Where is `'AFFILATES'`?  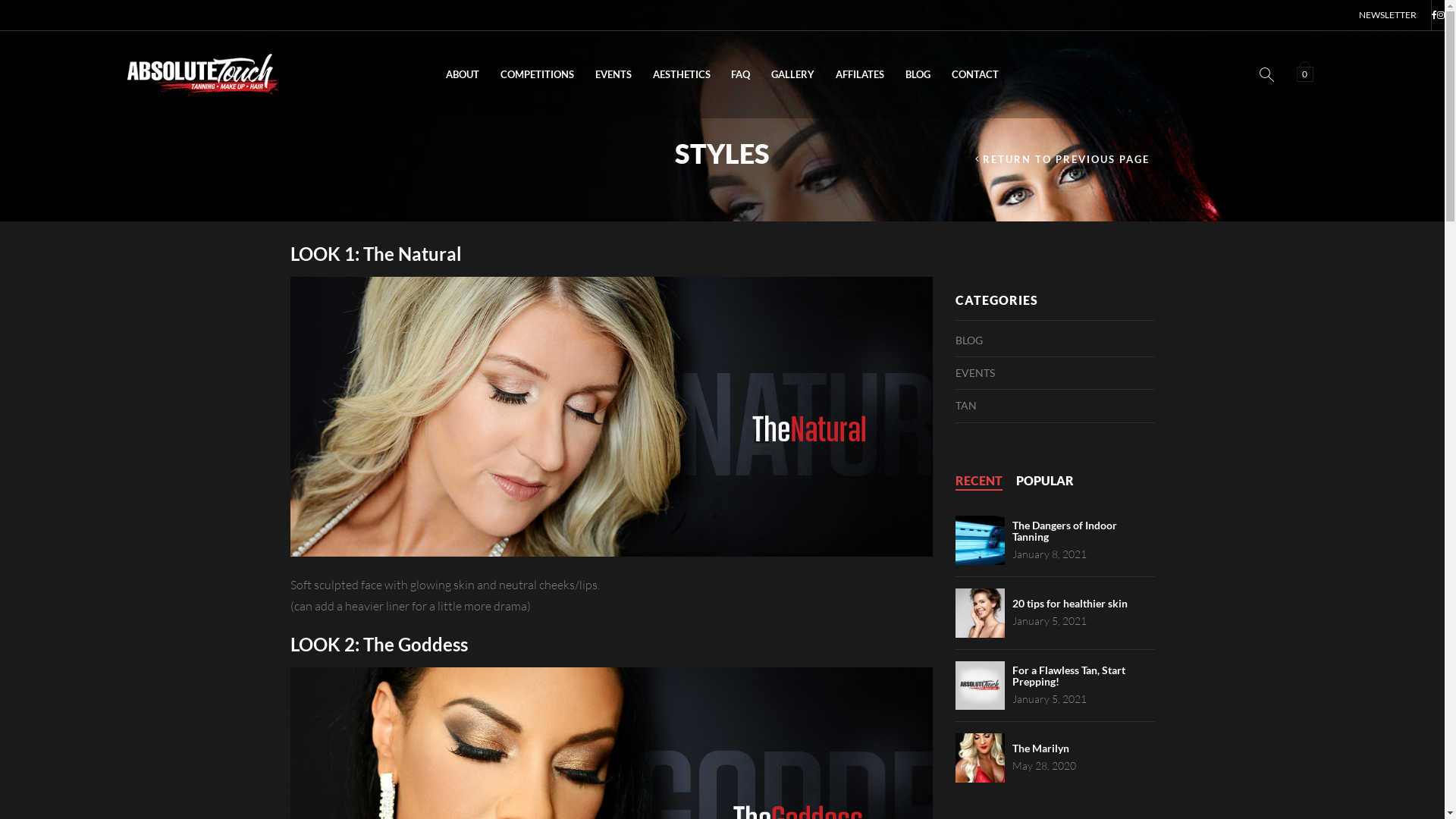
'AFFILATES' is located at coordinates (859, 74).